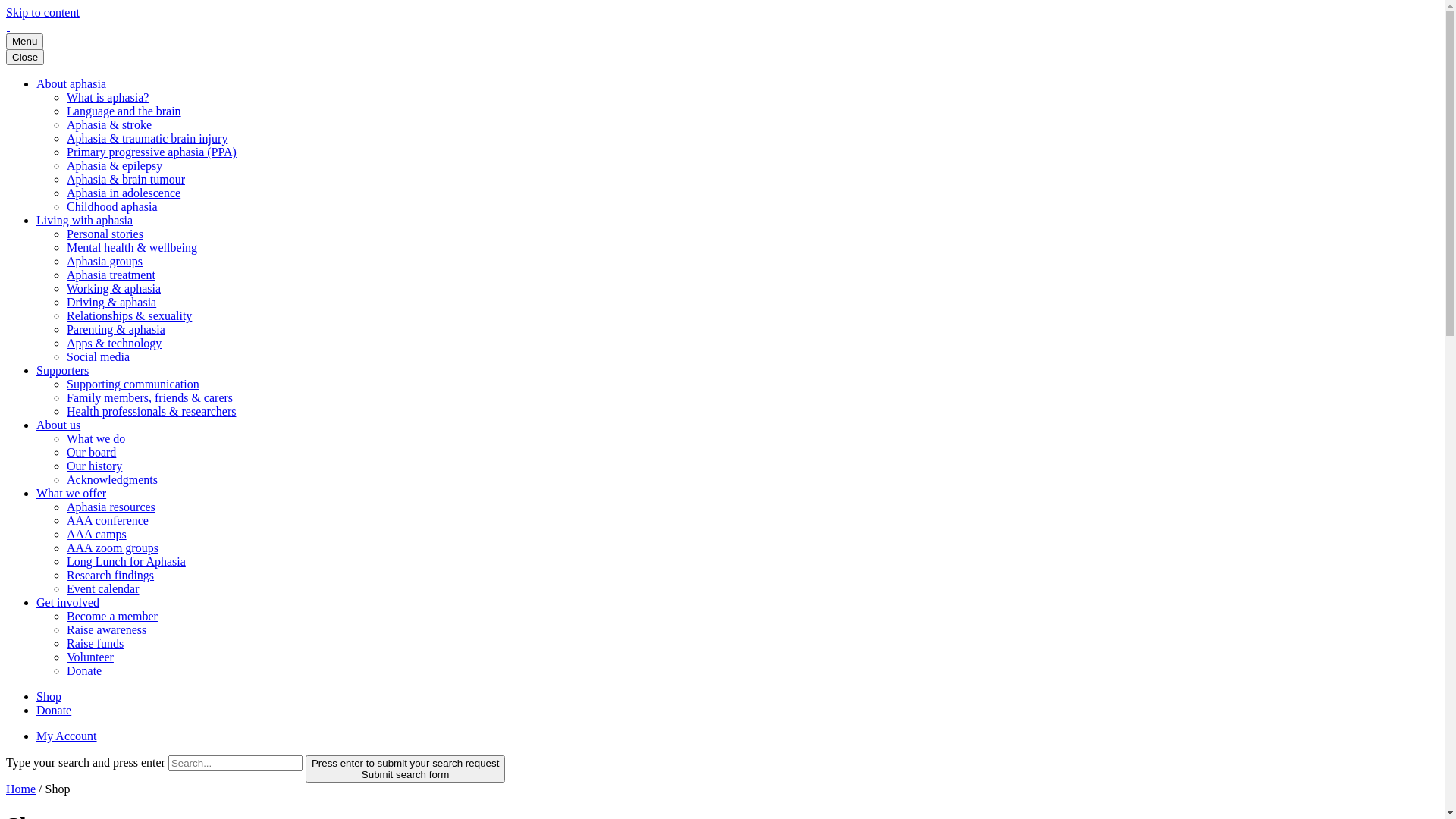 This screenshot has width=1456, height=819. What do you see at coordinates (65, 343) in the screenshot?
I see `'Apps & technology'` at bounding box center [65, 343].